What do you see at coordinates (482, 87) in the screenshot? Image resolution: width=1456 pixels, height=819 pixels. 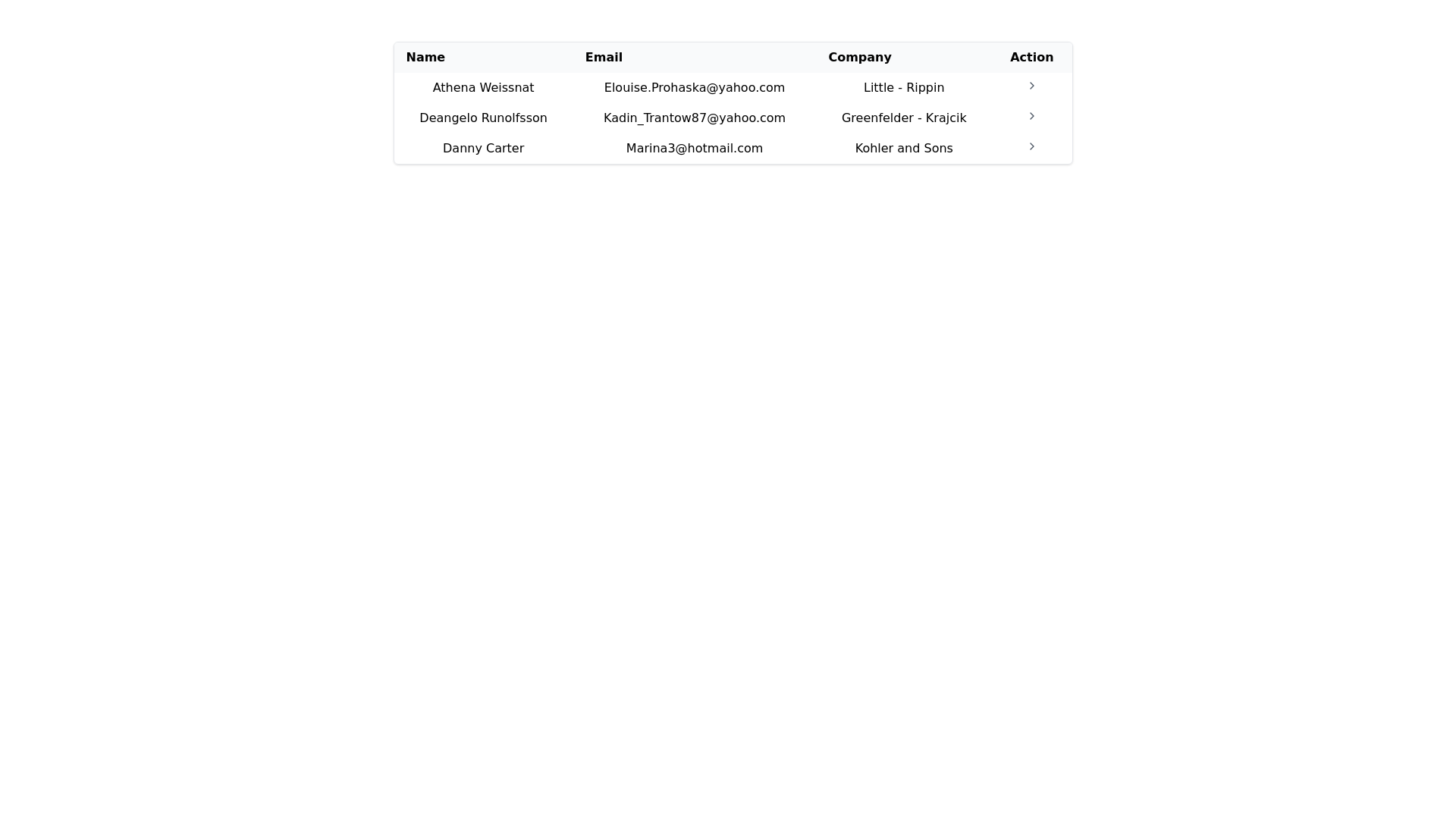 I see `the table cell displaying the name of an individual located in the first row and first column of the table beneath the 'Name' header to interact with the row` at bounding box center [482, 87].